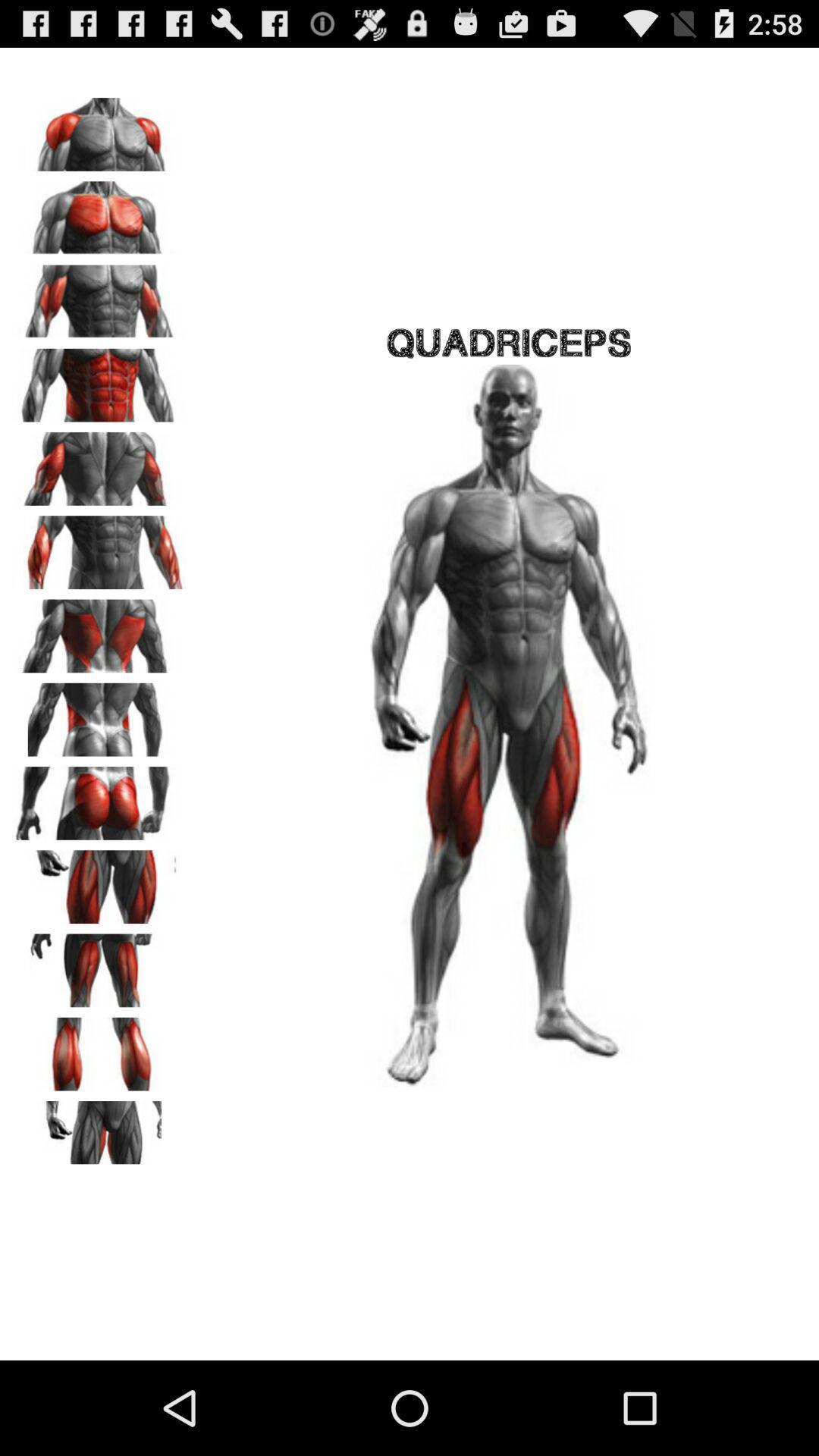 This screenshot has width=819, height=1456. What do you see at coordinates (99, 881) in the screenshot?
I see `quadriceps selection` at bounding box center [99, 881].